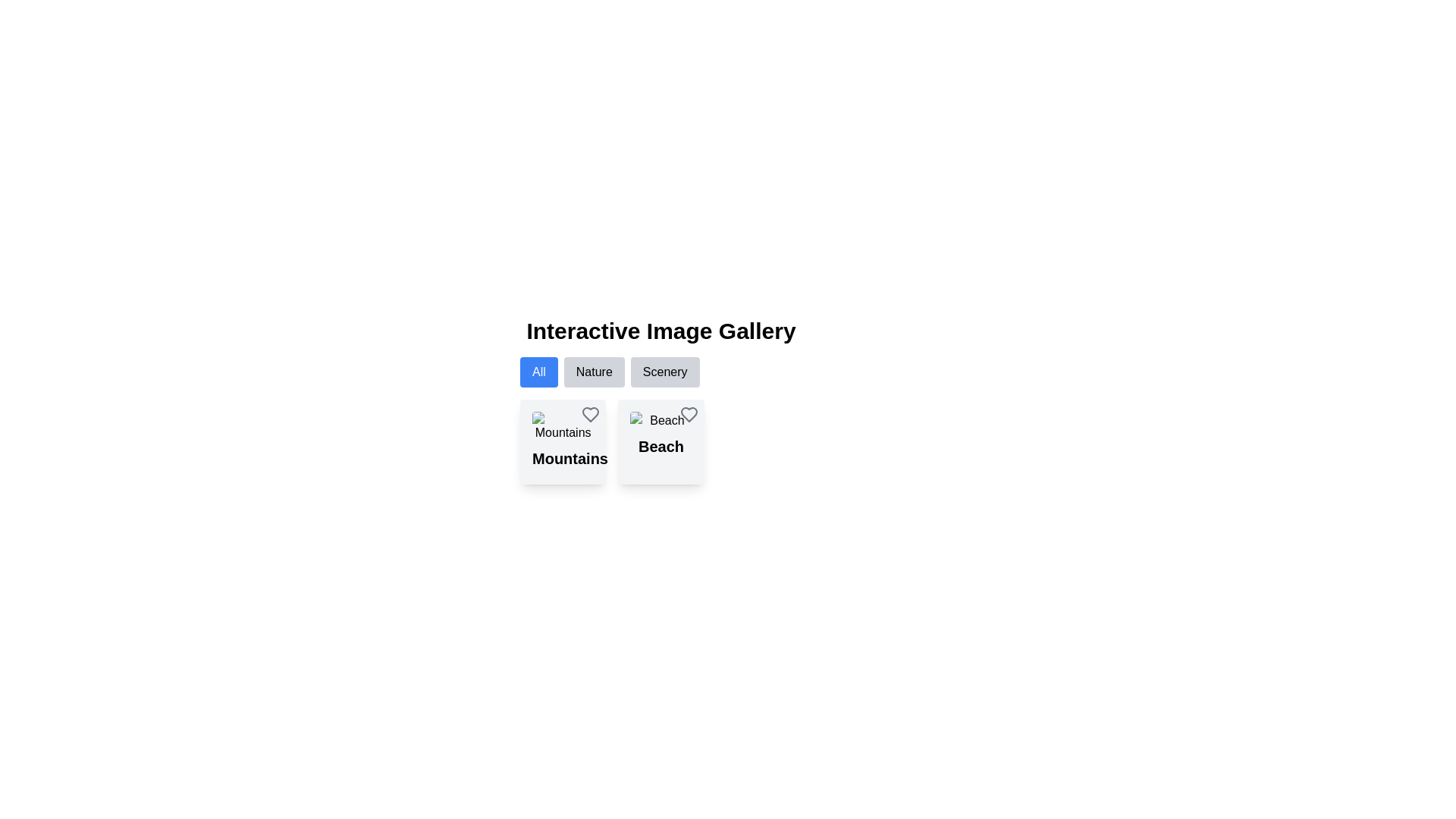 This screenshot has width=1456, height=819. Describe the element at coordinates (688, 415) in the screenshot. I see `the heart-shaped icon button` at that location.